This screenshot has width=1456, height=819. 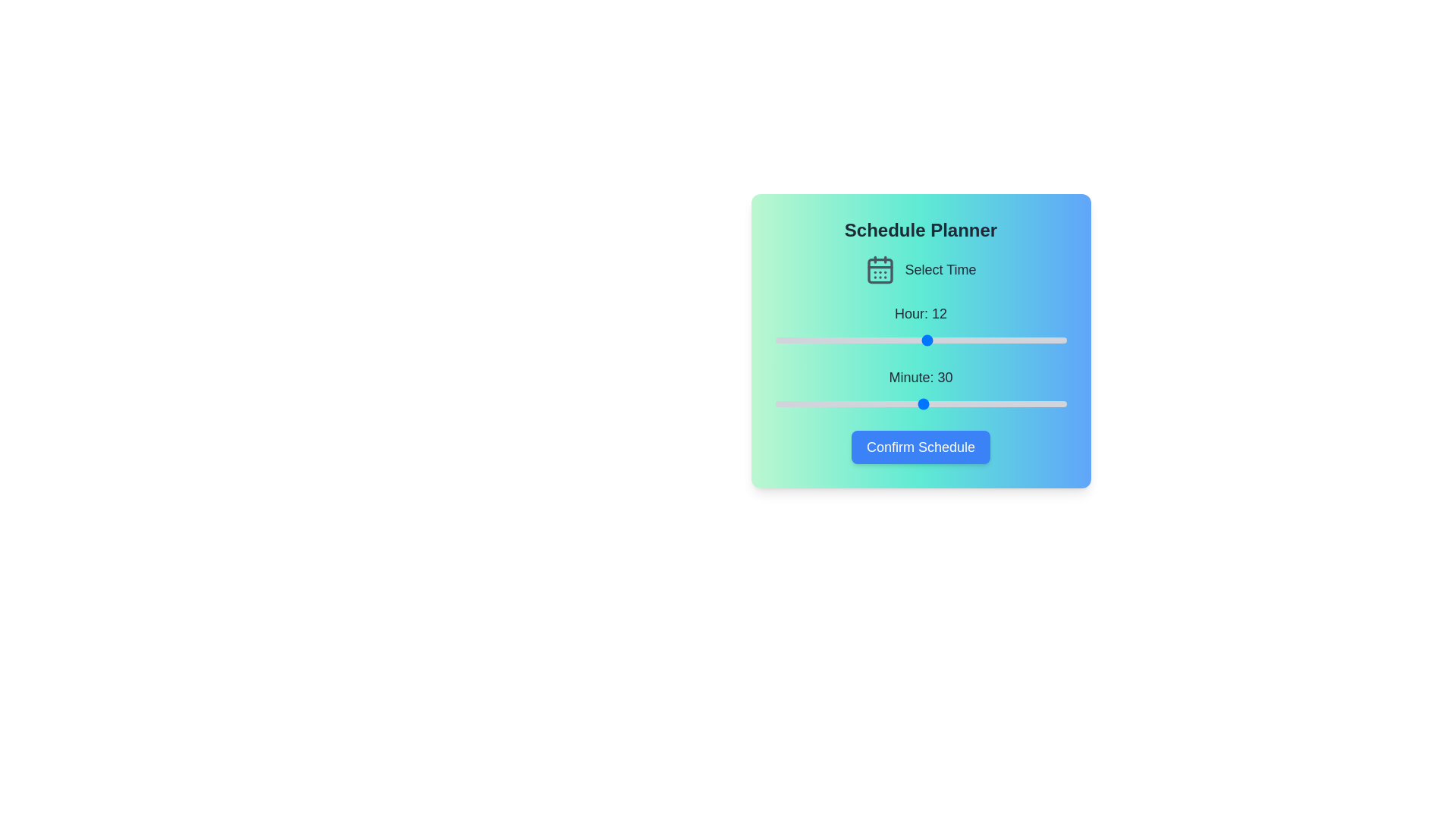 I want to click on the 'Select Time' icon to initiate the time selection process, so click(x=880, y=268).